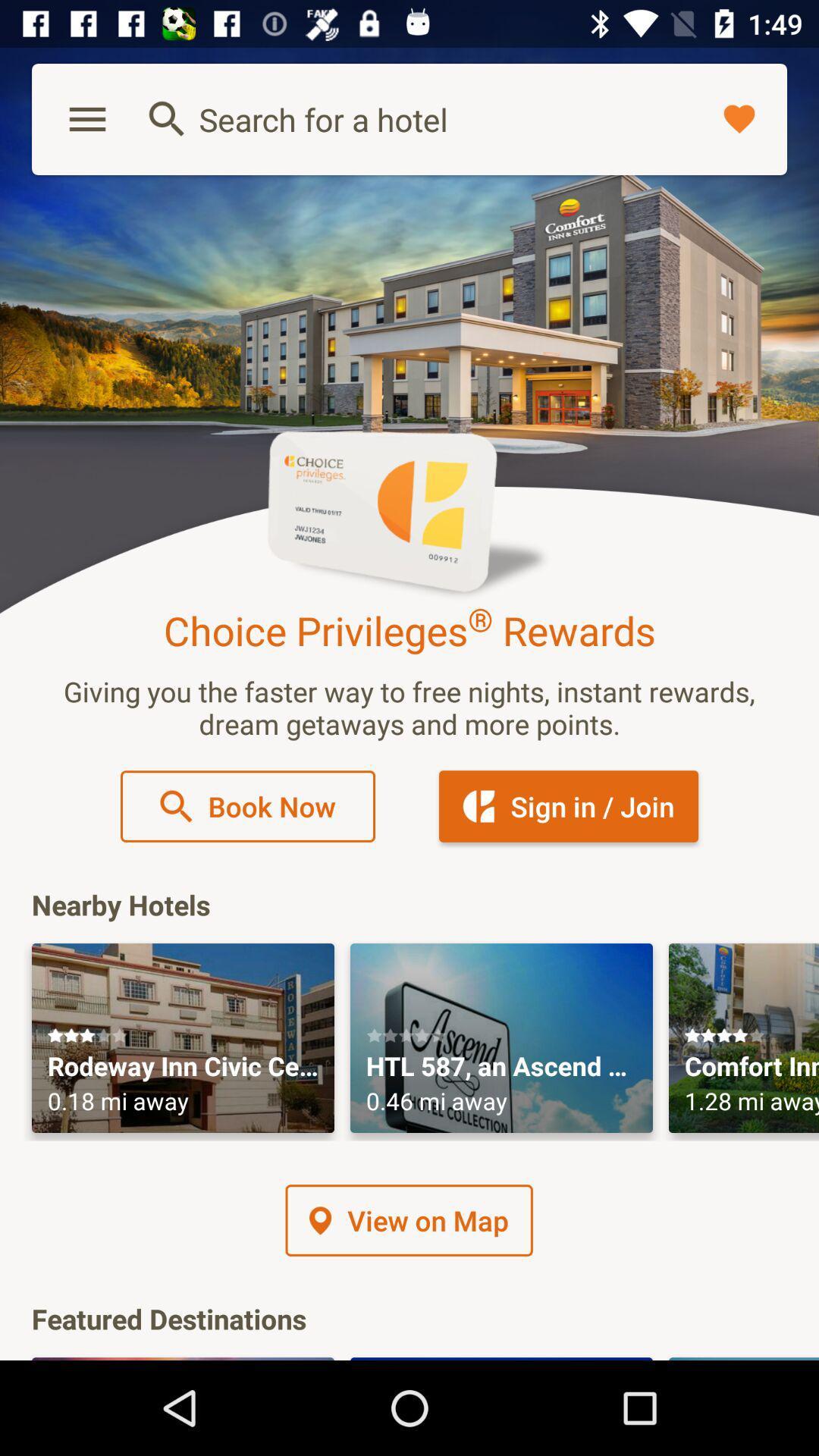 The width and height of the screenshot is (819, 1456). What do you see at coordinates (501, 1037) in the screenshot?
I see `check location` at bounding box center [501, 1037].